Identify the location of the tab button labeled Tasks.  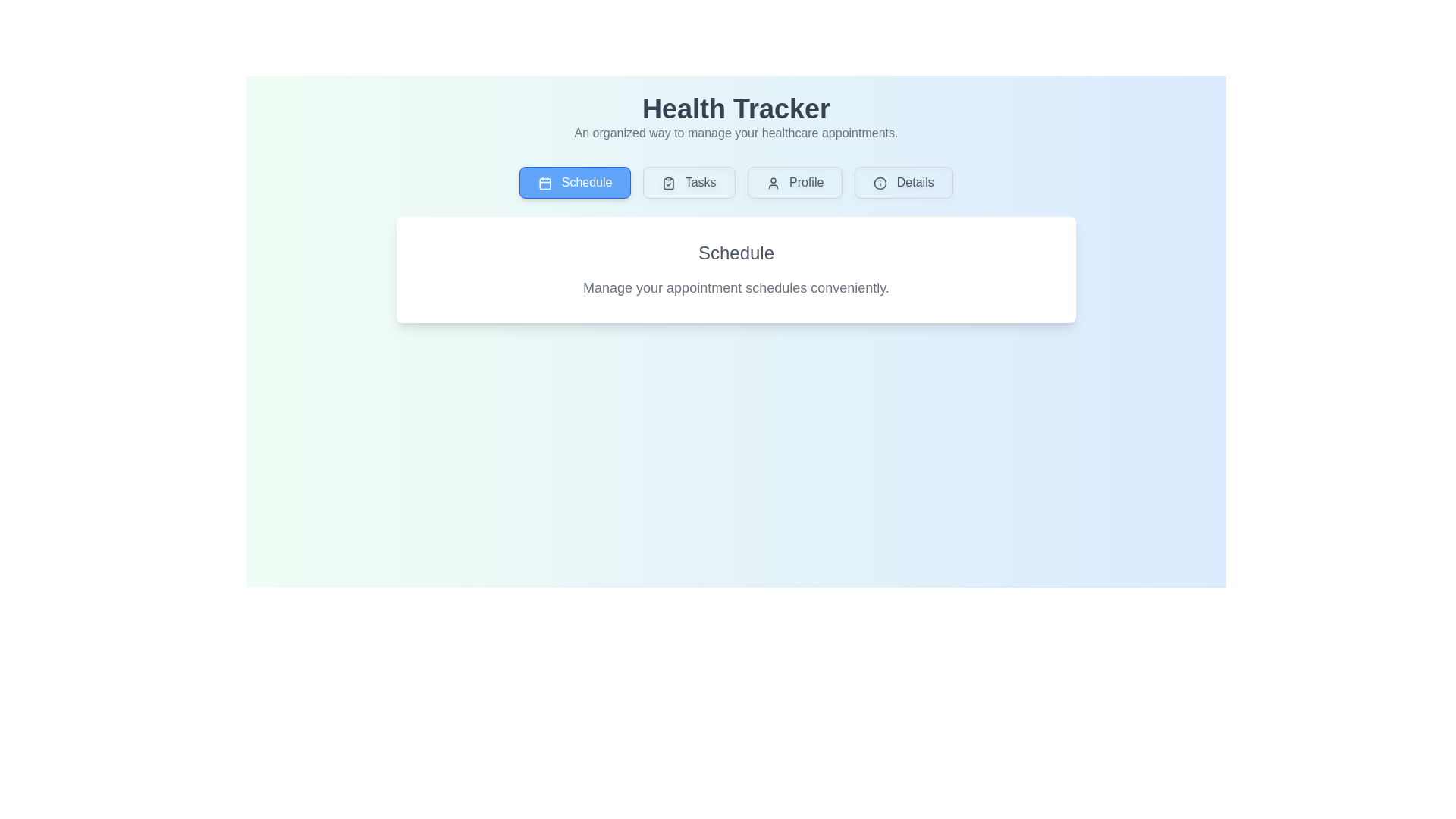
(688, 181).